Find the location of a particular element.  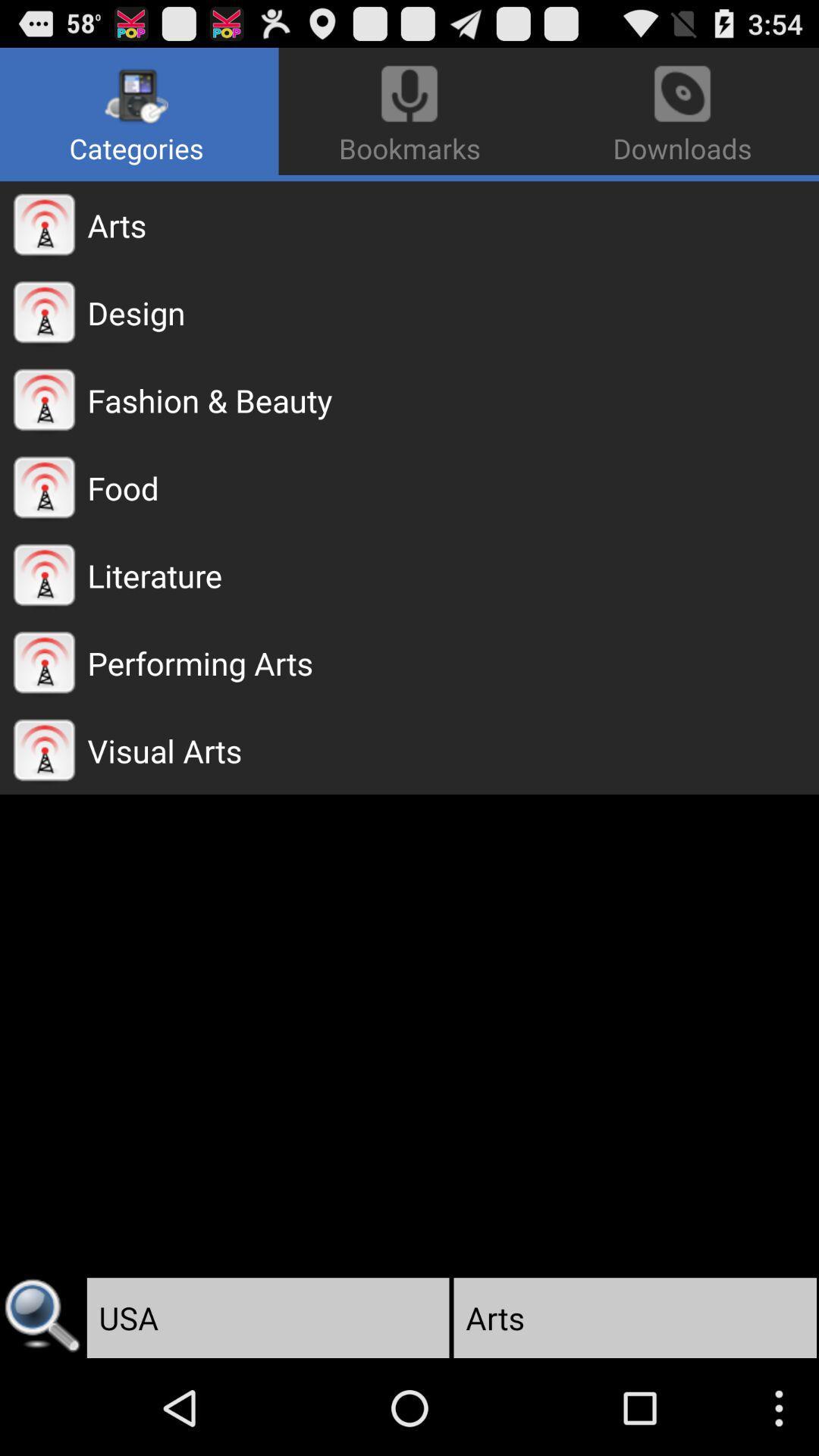

icon next to the usa app is located at coordinates (41, 1317).